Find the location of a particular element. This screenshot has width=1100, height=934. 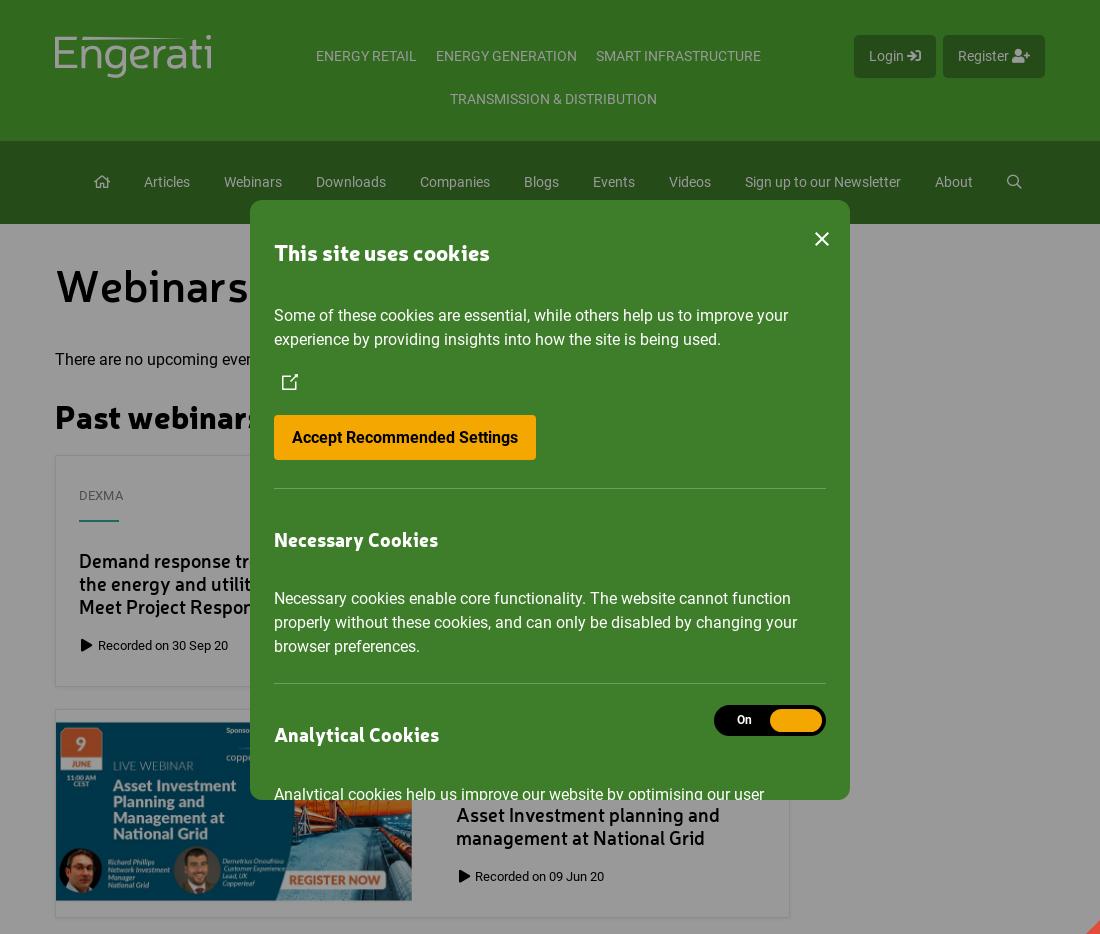

'Recorded on 09 Jun 20' is located at coordinates (538, 875).